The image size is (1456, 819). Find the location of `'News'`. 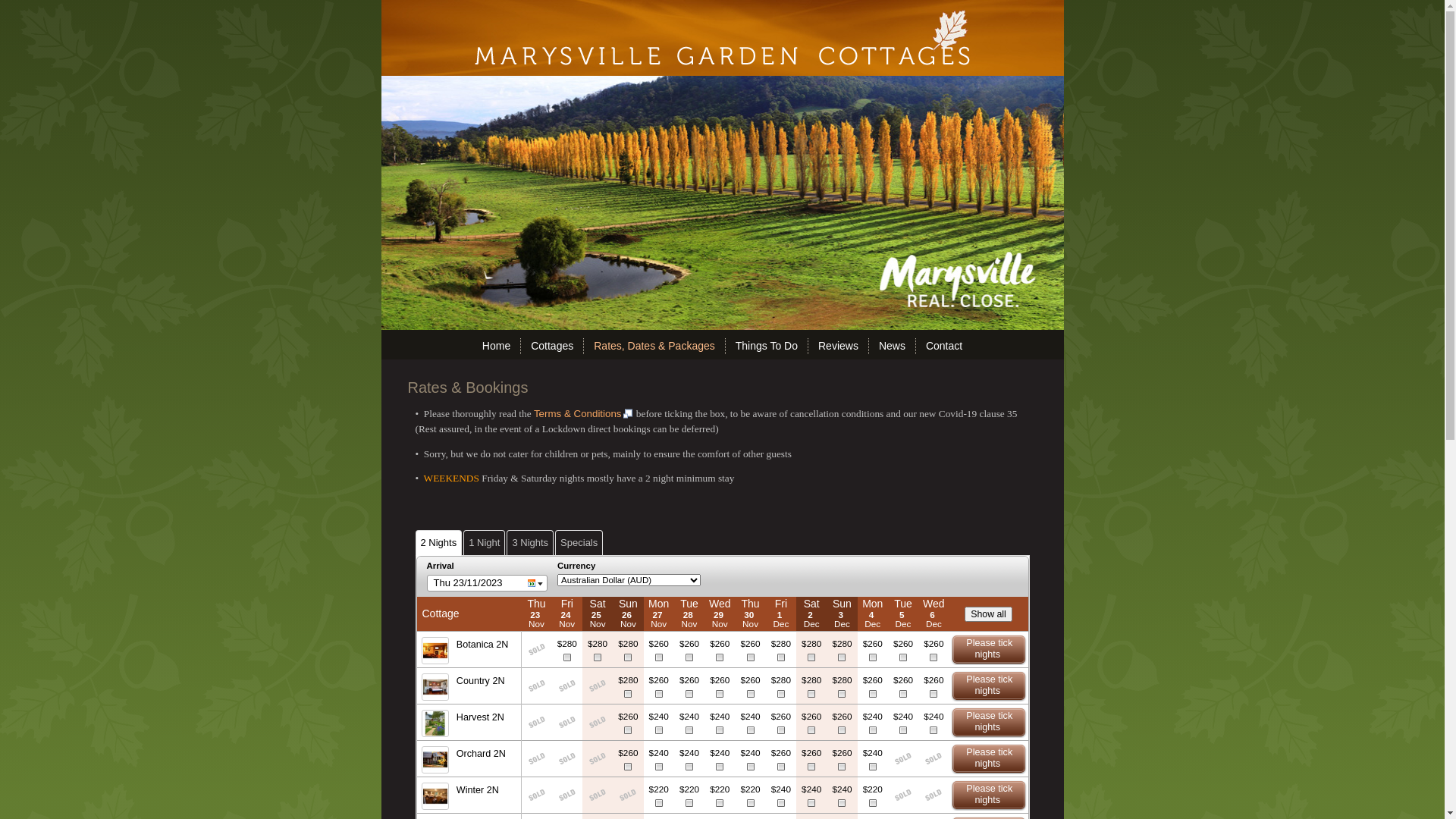

'News' is located at coordinates (892, 345).